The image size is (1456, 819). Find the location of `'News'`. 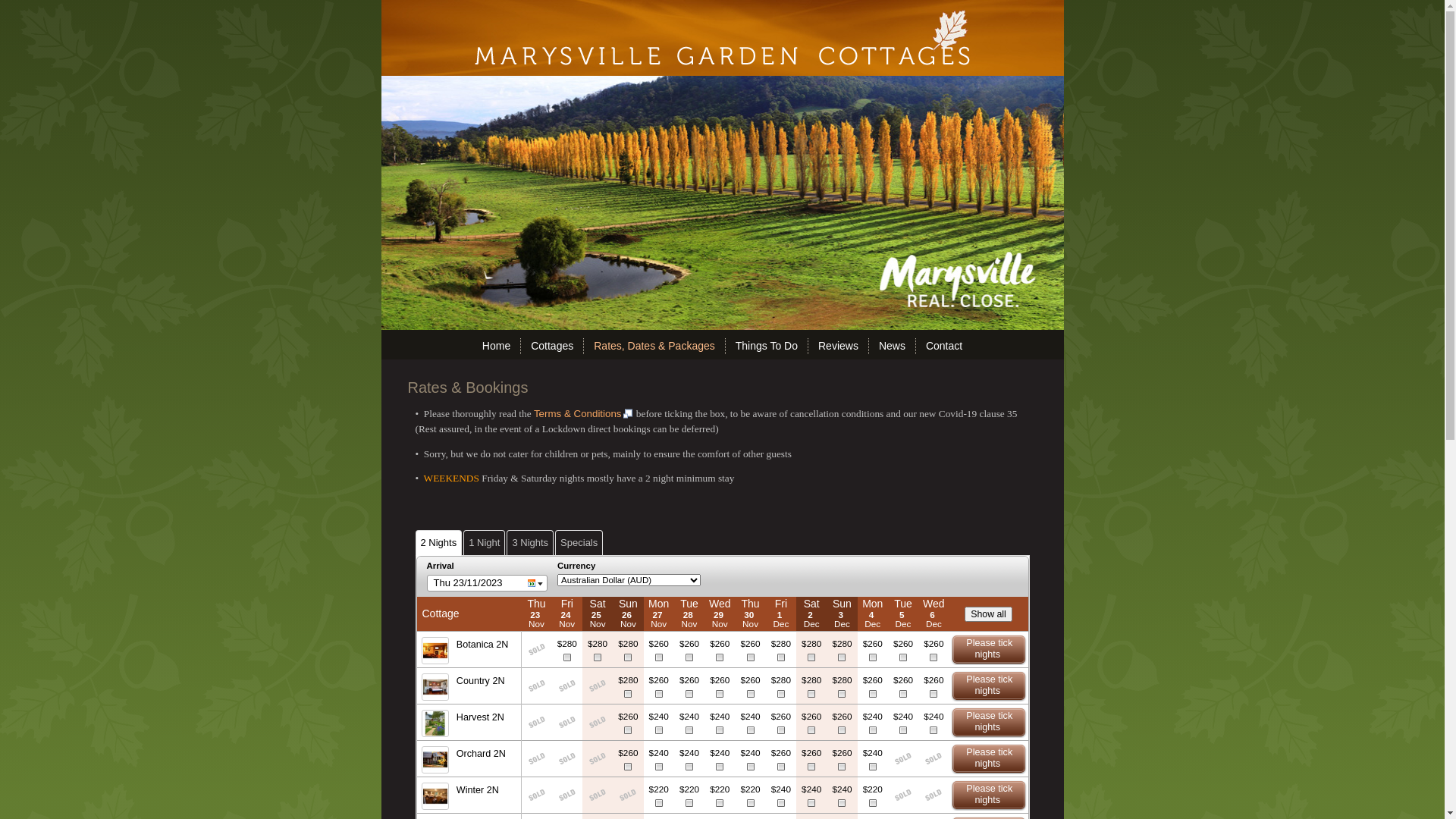

'News' is located at coordinates (892, 345).